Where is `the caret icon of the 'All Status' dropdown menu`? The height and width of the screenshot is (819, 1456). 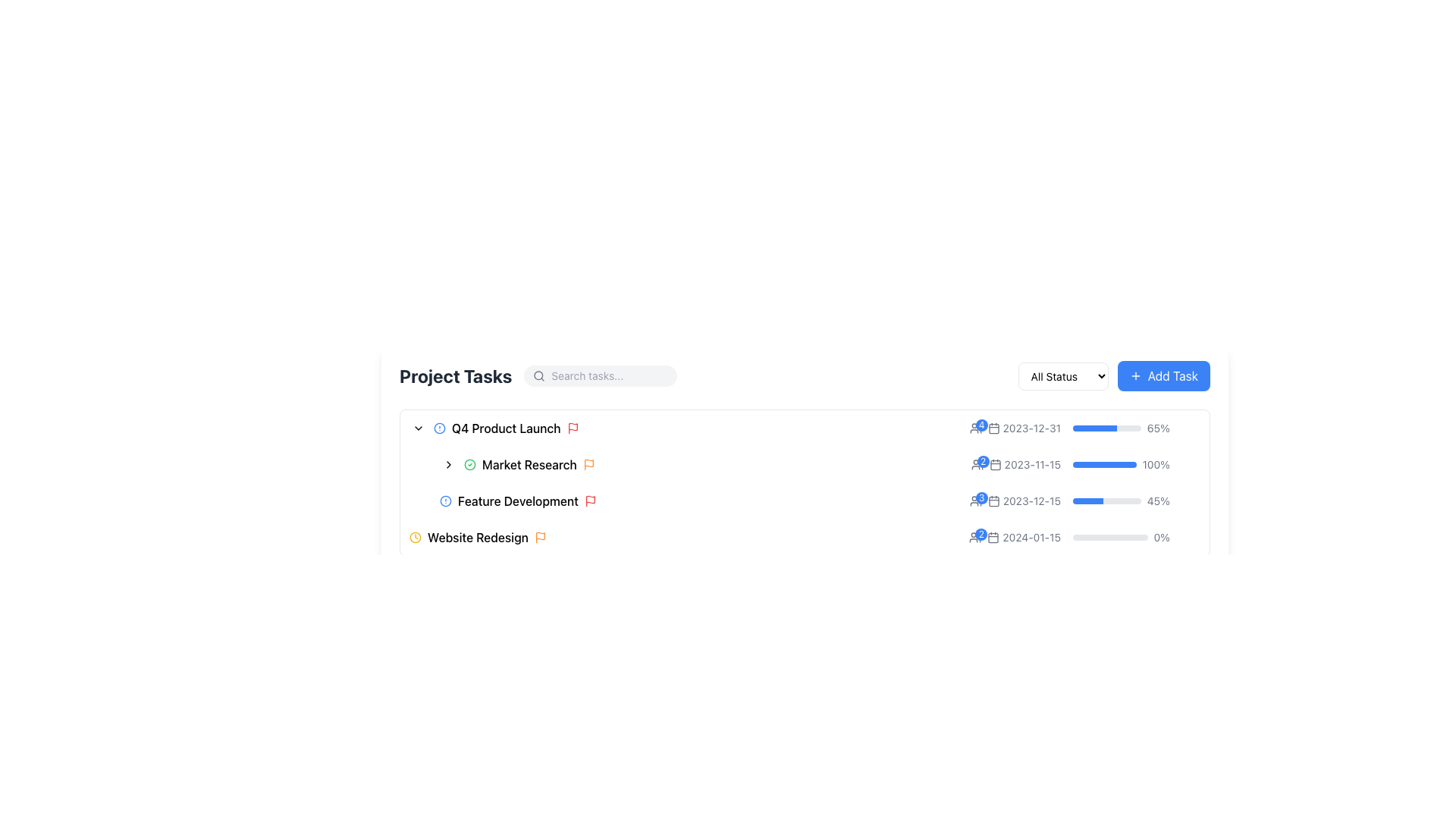
the caret icon of the 'All Status' dropdown menu is located at coordinates (1062, 375).